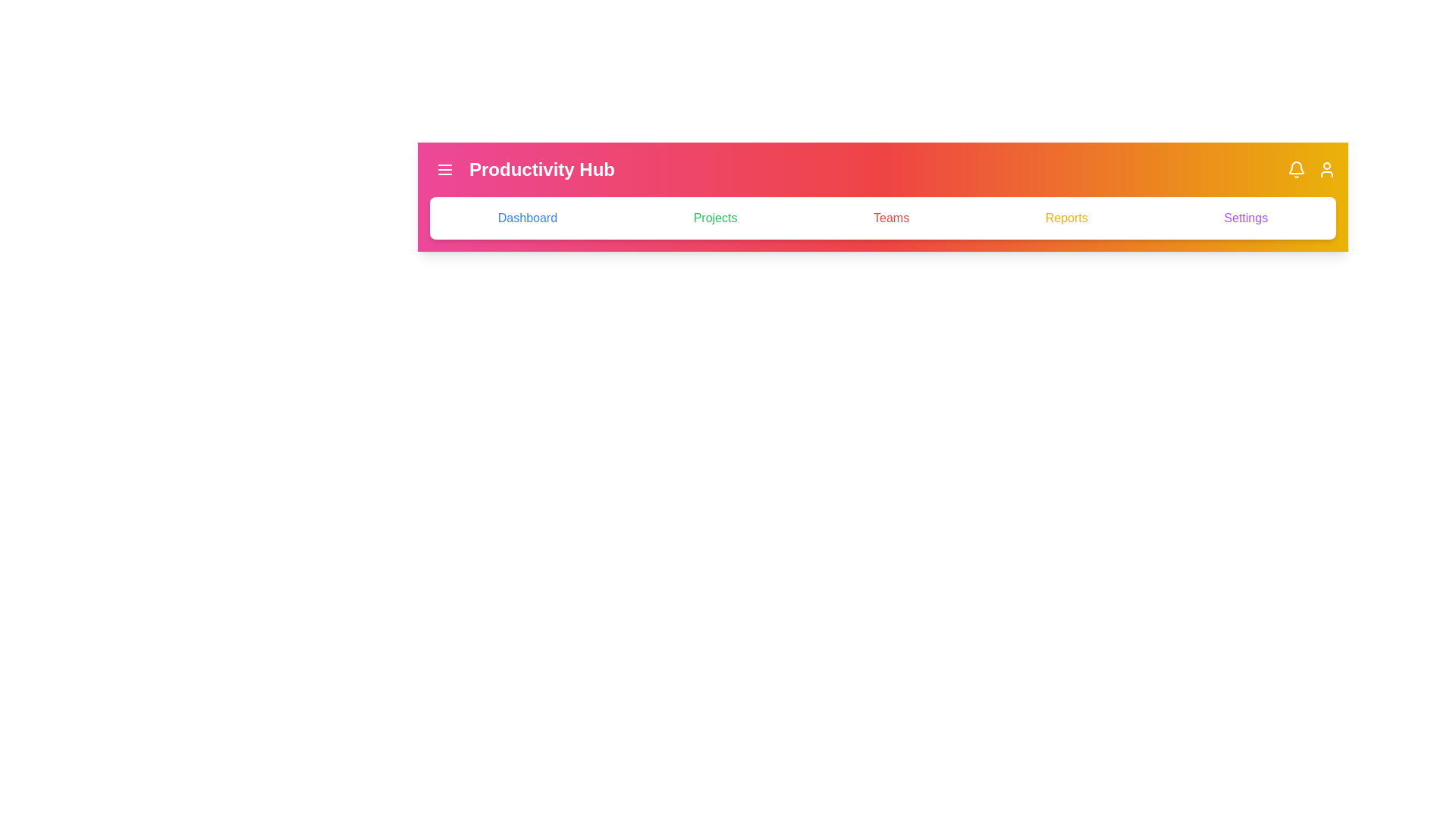 The image size is (1456, 819). I want to click on the tab named Teams, so click(891, 218).